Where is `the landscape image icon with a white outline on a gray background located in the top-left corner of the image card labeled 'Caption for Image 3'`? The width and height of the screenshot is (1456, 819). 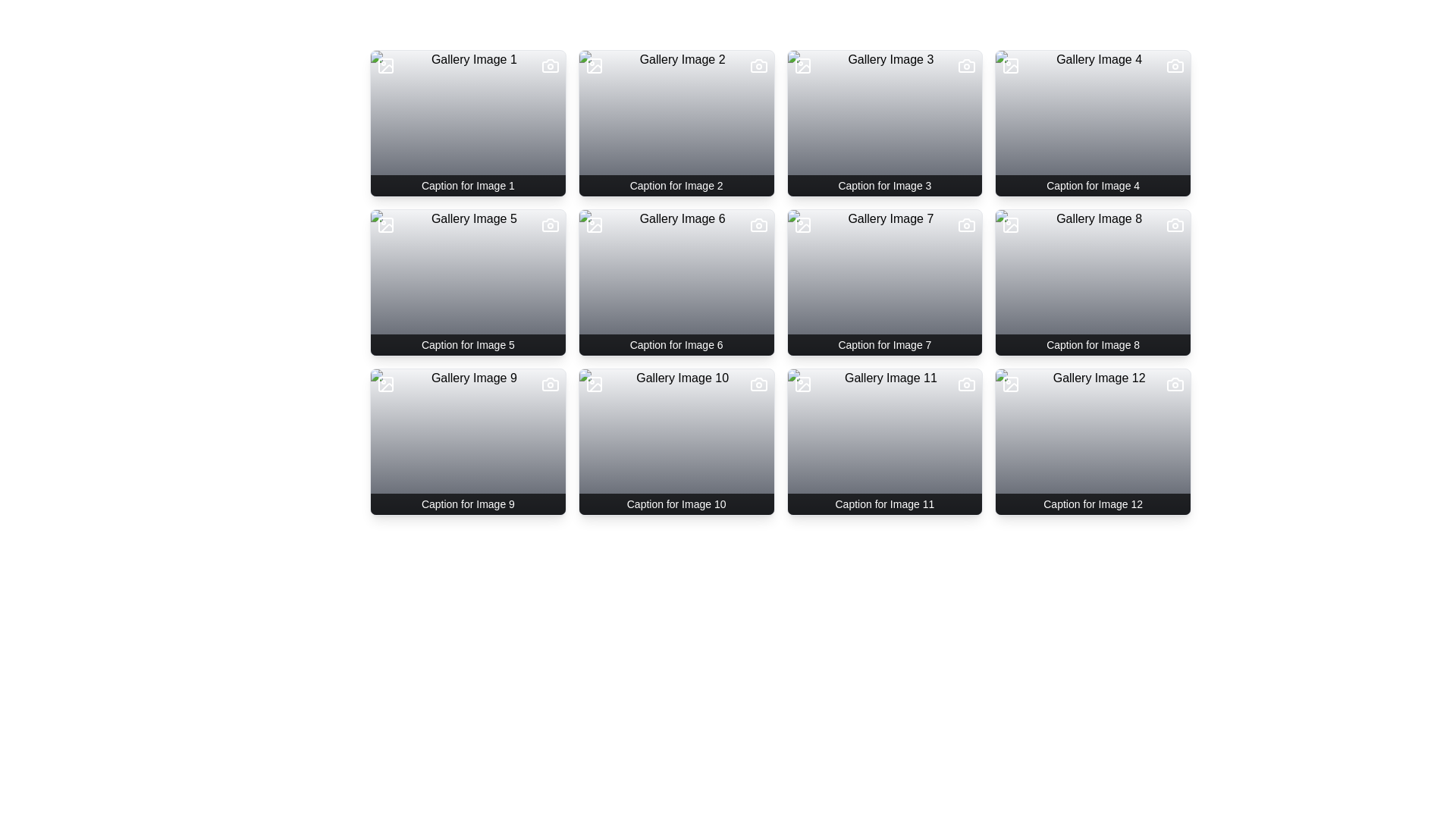
the landscape image icon with a white outline on a gray background located in the top-left corner of the image card labeled 'Caption for Image 3' is located at coordinates (802, 65).